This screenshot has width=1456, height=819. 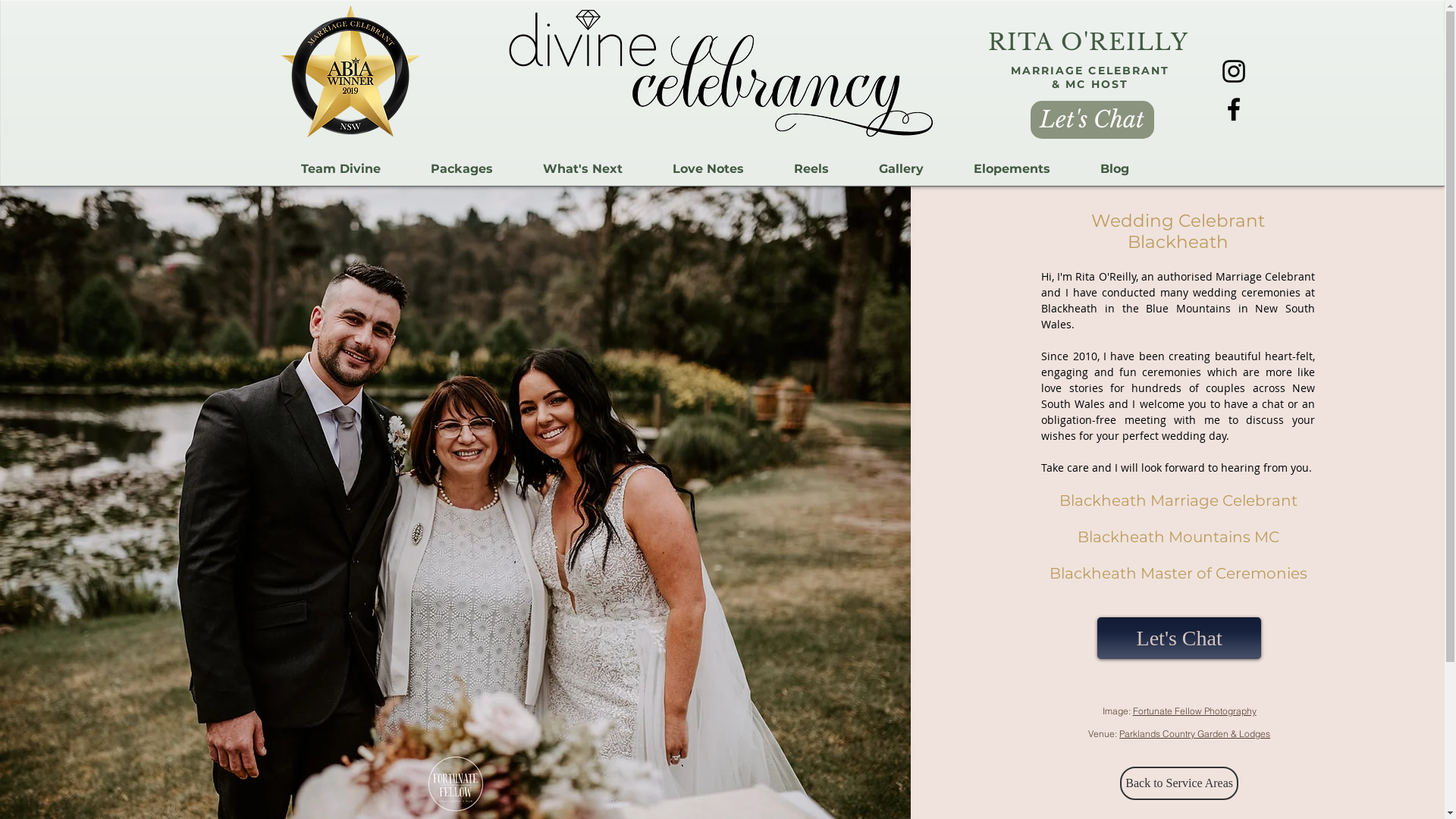 What do you see at coordinates (1120, 783) in the screenshot?
I see `'Back to Service Areas'` at bounding box center [1120, 783].